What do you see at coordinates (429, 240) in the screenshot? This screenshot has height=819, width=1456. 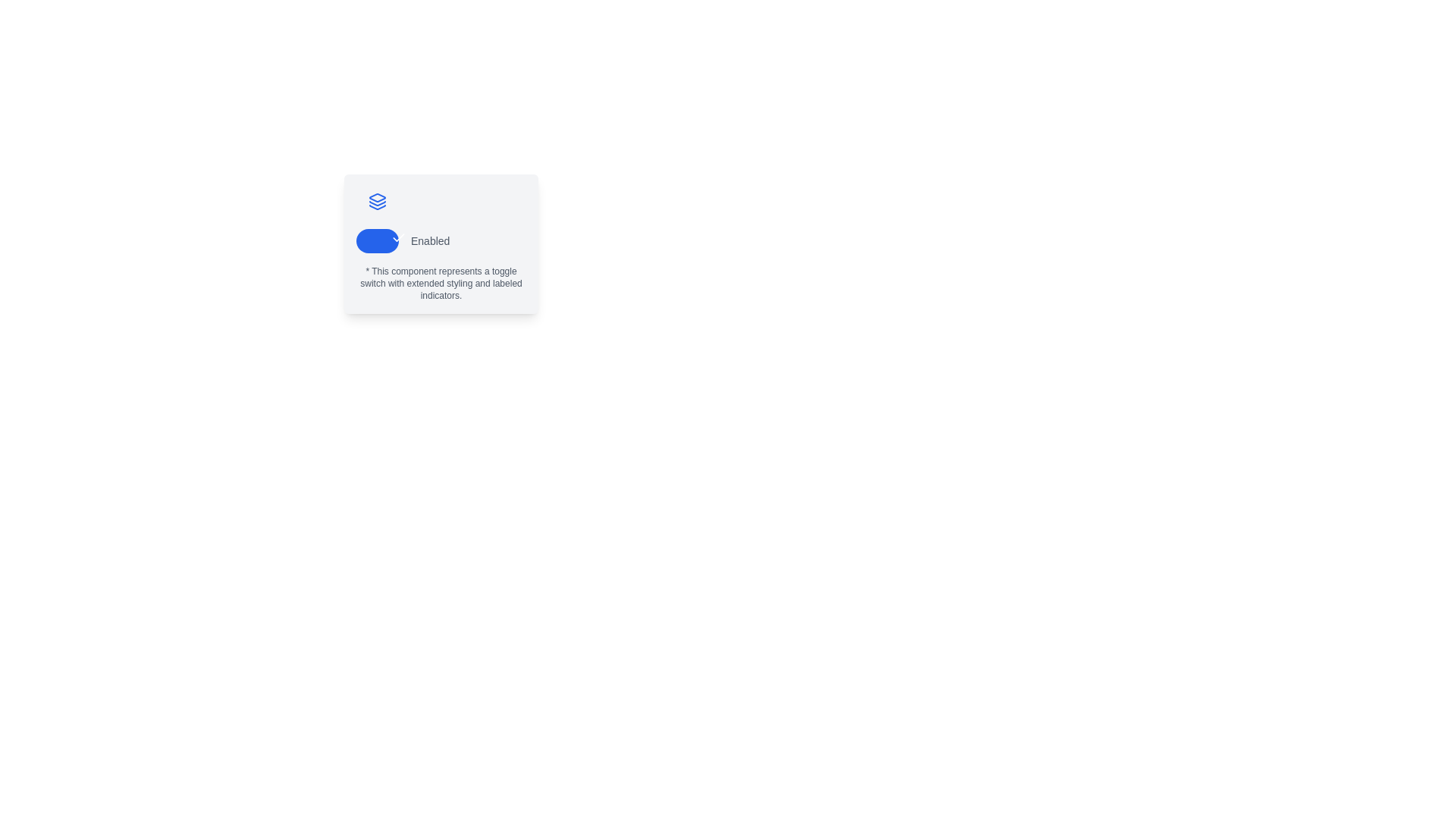 I see `the text label indicating the current state of the associated toggle switch, which is in the 'Enabled' state, located to the right of the toggle switch component` at bounding box center [429, 240].